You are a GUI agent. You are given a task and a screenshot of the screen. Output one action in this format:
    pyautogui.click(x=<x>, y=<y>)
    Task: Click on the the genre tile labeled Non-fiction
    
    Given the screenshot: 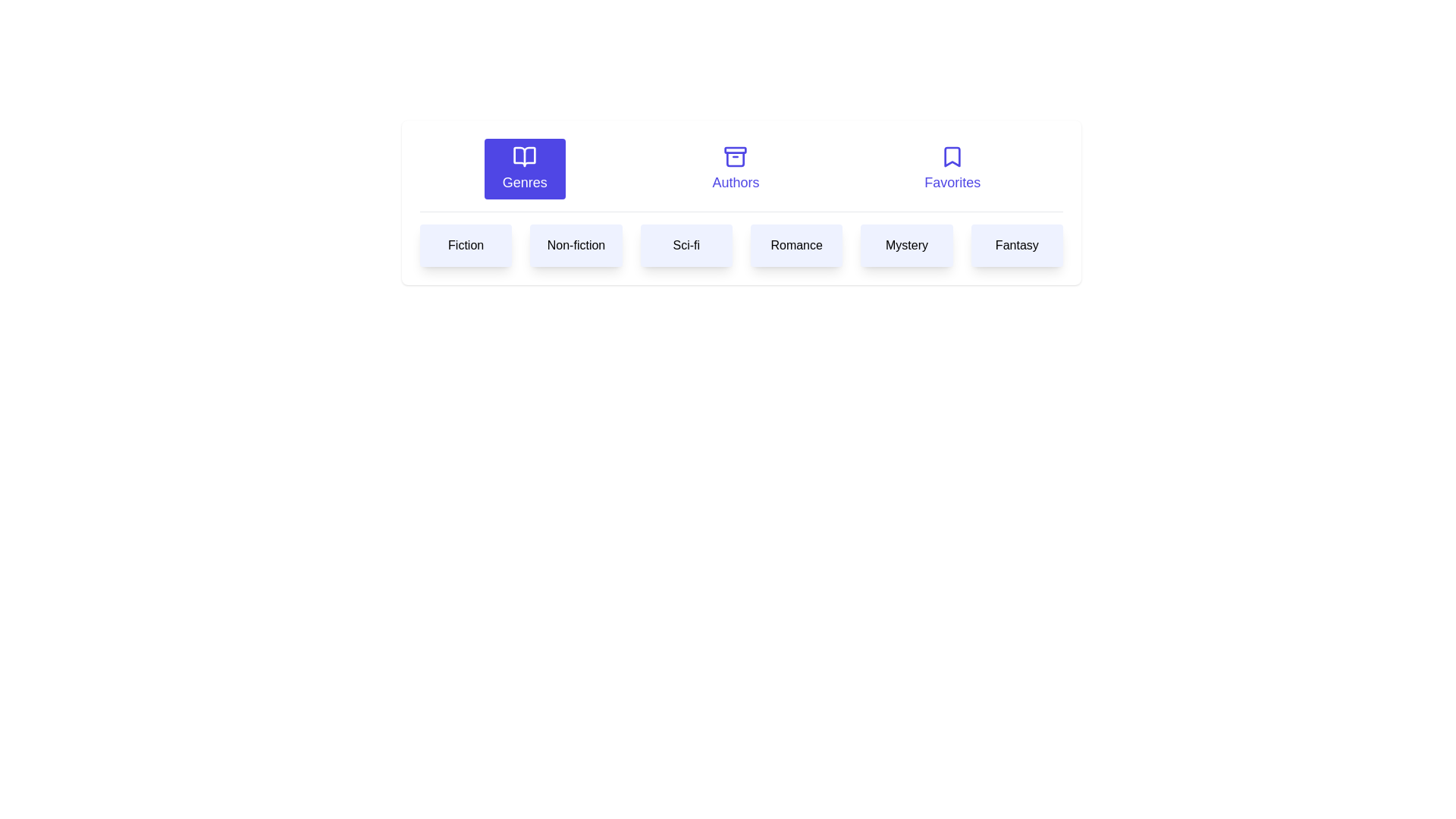 What is the action you would take?
    pyautogui.click(x=575, y=245)
    